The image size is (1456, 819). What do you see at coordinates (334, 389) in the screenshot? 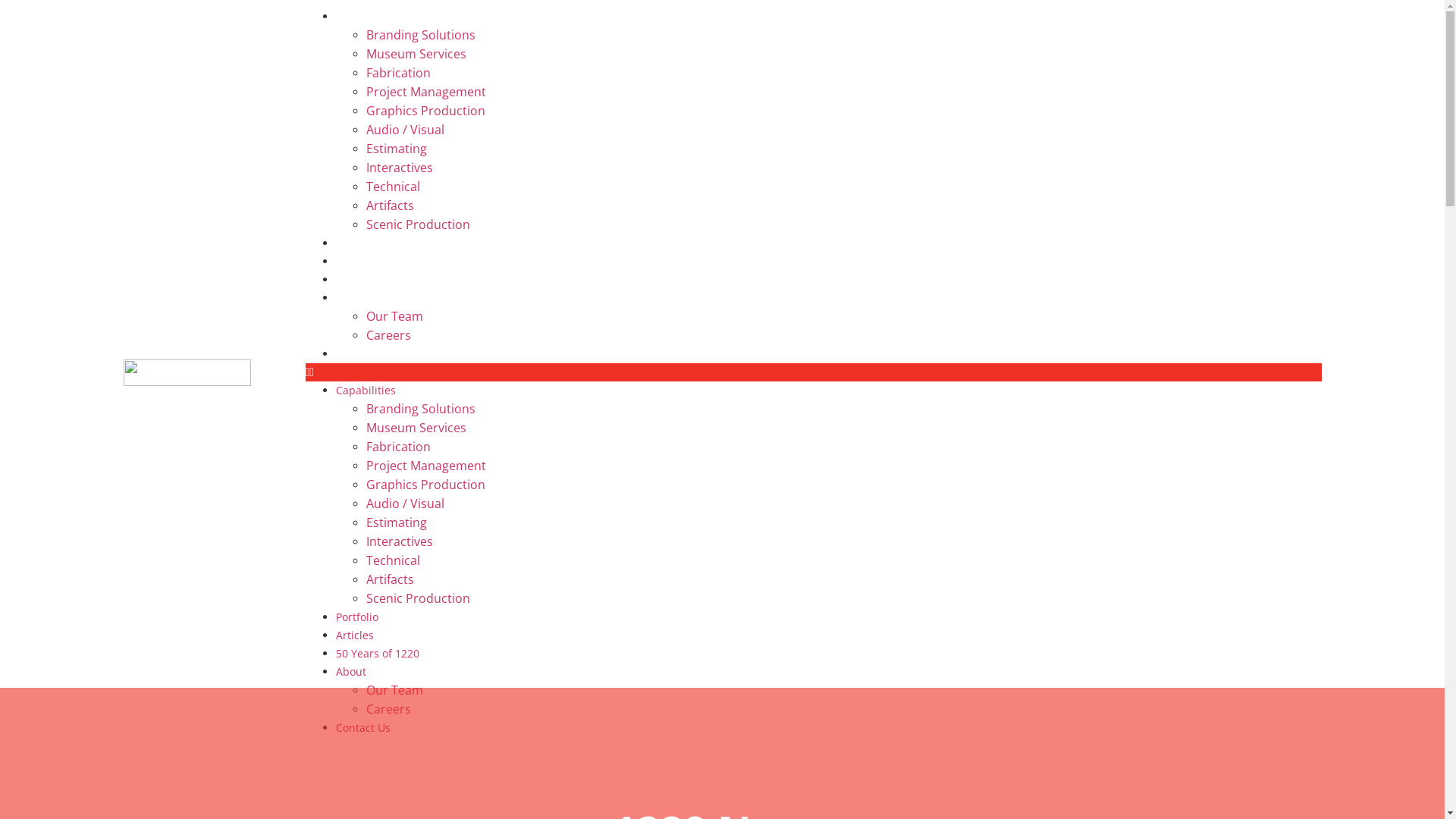
I see `'Capabilities'` at bounding box center [334, 389].